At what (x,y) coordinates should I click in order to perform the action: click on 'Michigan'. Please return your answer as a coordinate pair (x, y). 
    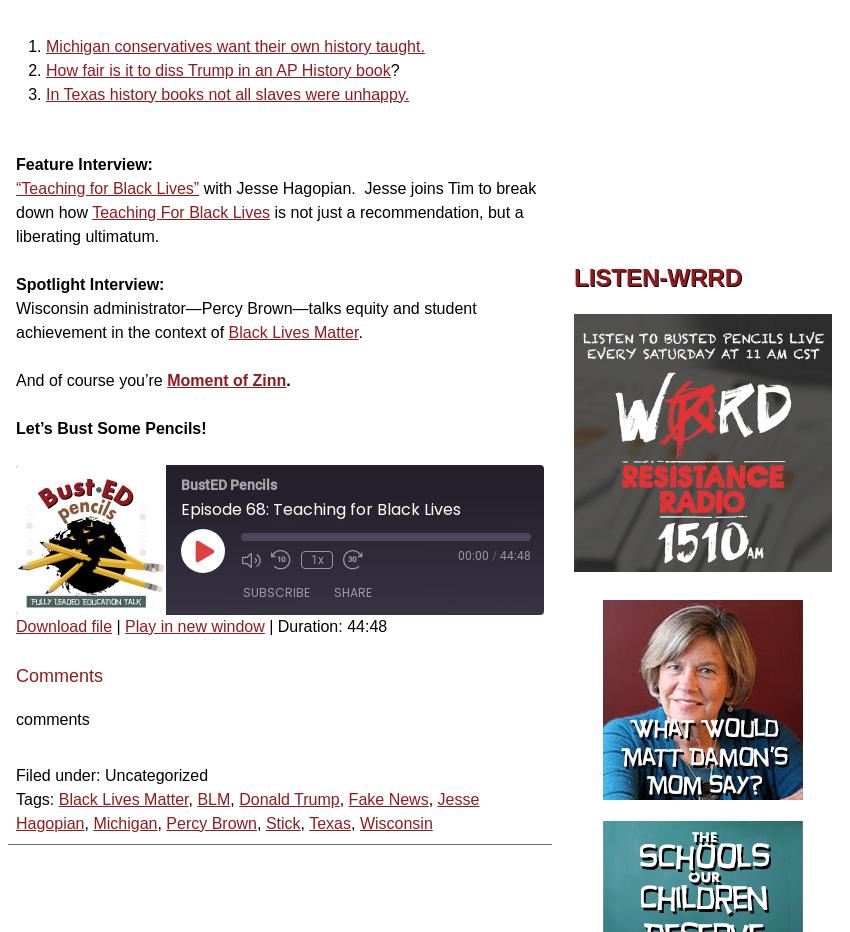
    Looking at the image, I should click on (91, 821).